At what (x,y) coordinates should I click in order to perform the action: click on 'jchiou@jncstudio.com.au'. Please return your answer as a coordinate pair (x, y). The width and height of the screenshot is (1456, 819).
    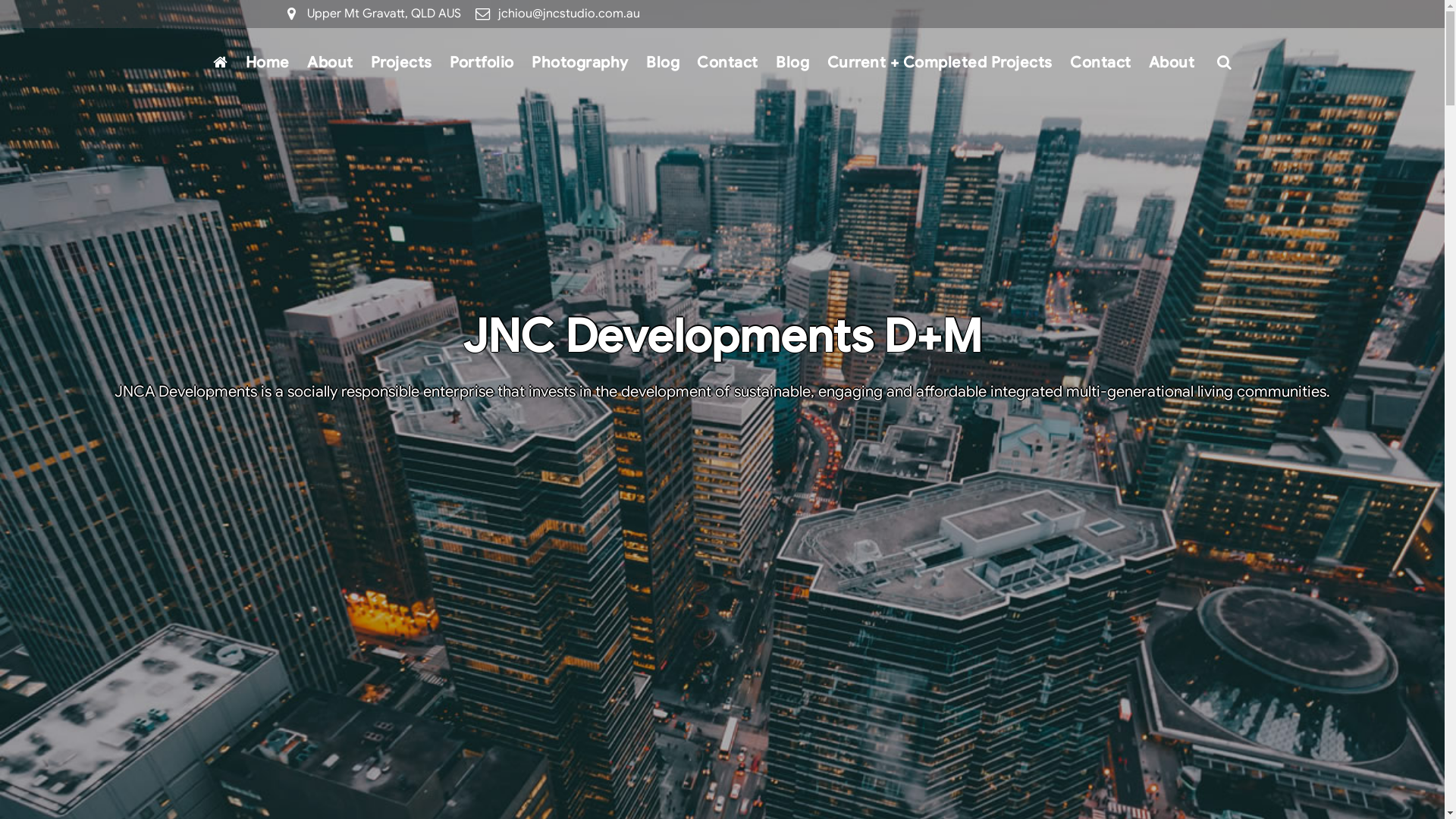
    Looking at the image, I should click on (567, 14).